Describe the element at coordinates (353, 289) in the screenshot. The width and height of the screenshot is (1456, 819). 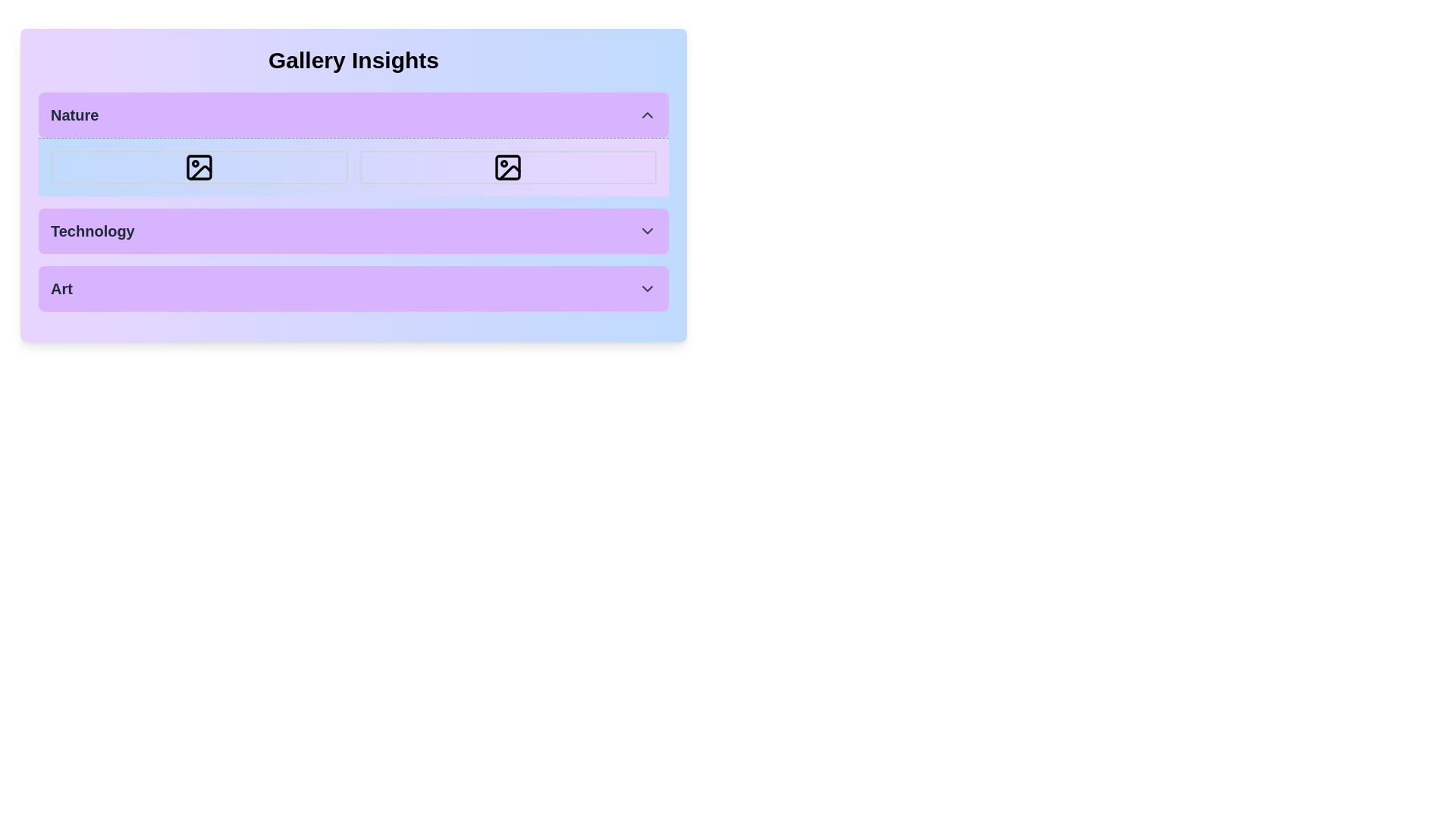
I see `the Dropdown Button located under the 'Gallery Insights' panel` at that location.